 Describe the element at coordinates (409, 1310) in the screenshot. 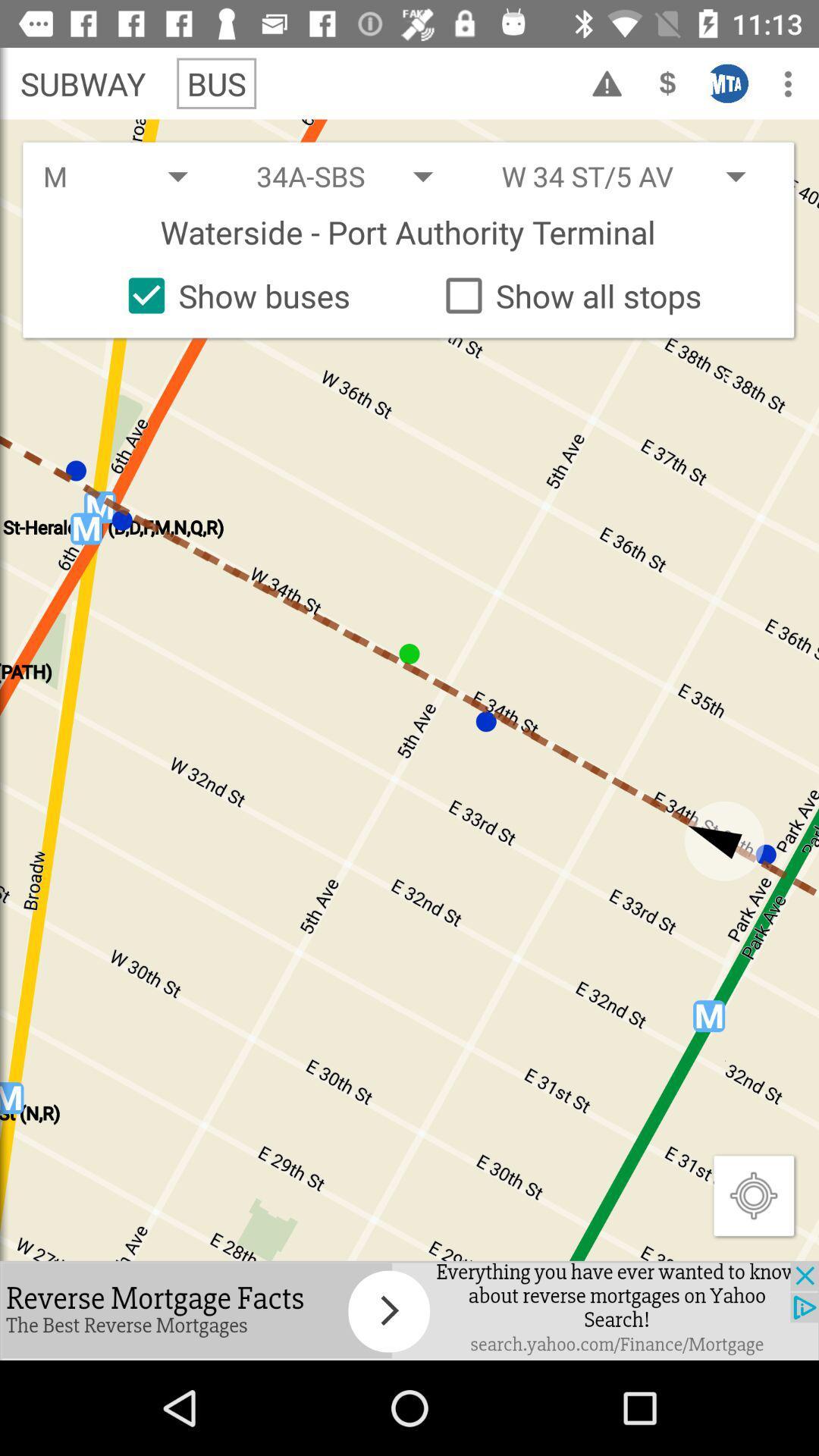

I see `advertisement page` at that location.